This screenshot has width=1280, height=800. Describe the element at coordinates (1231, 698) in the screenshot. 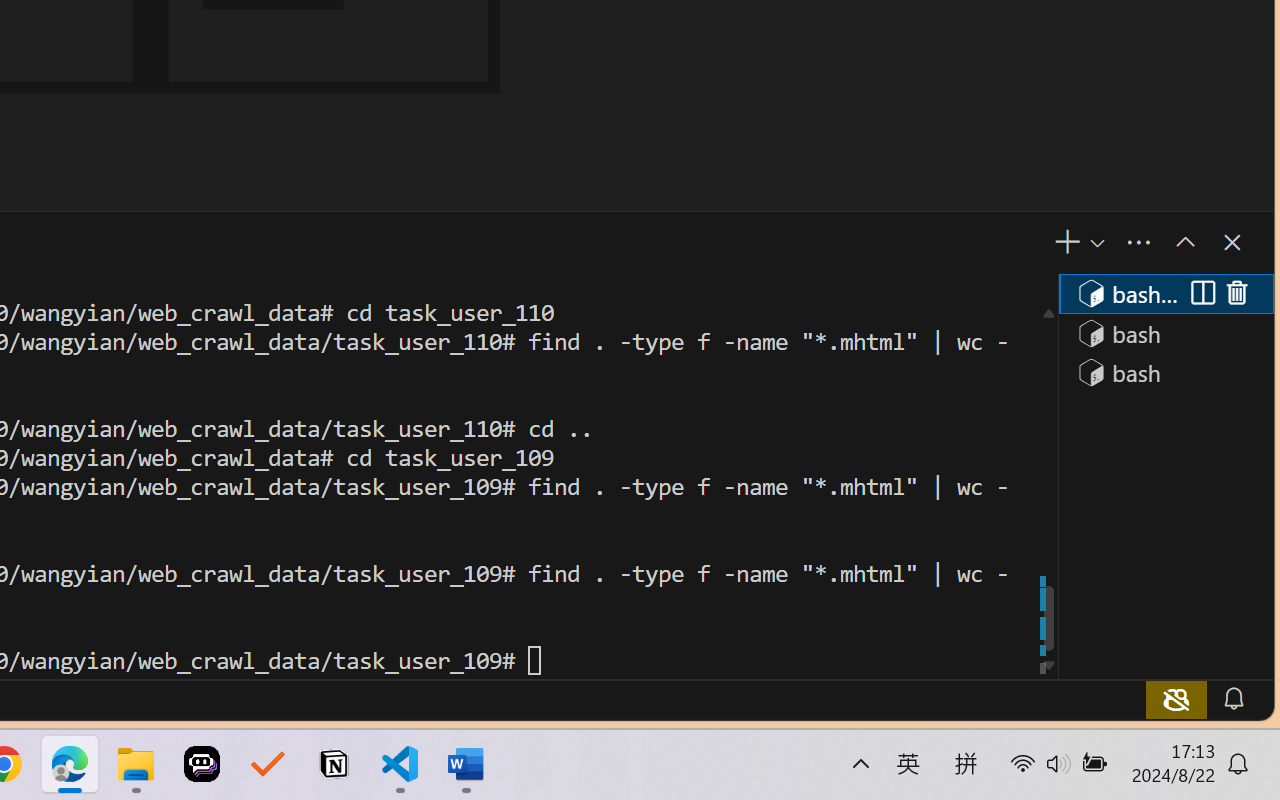

I see `'Notifications'` at that location.